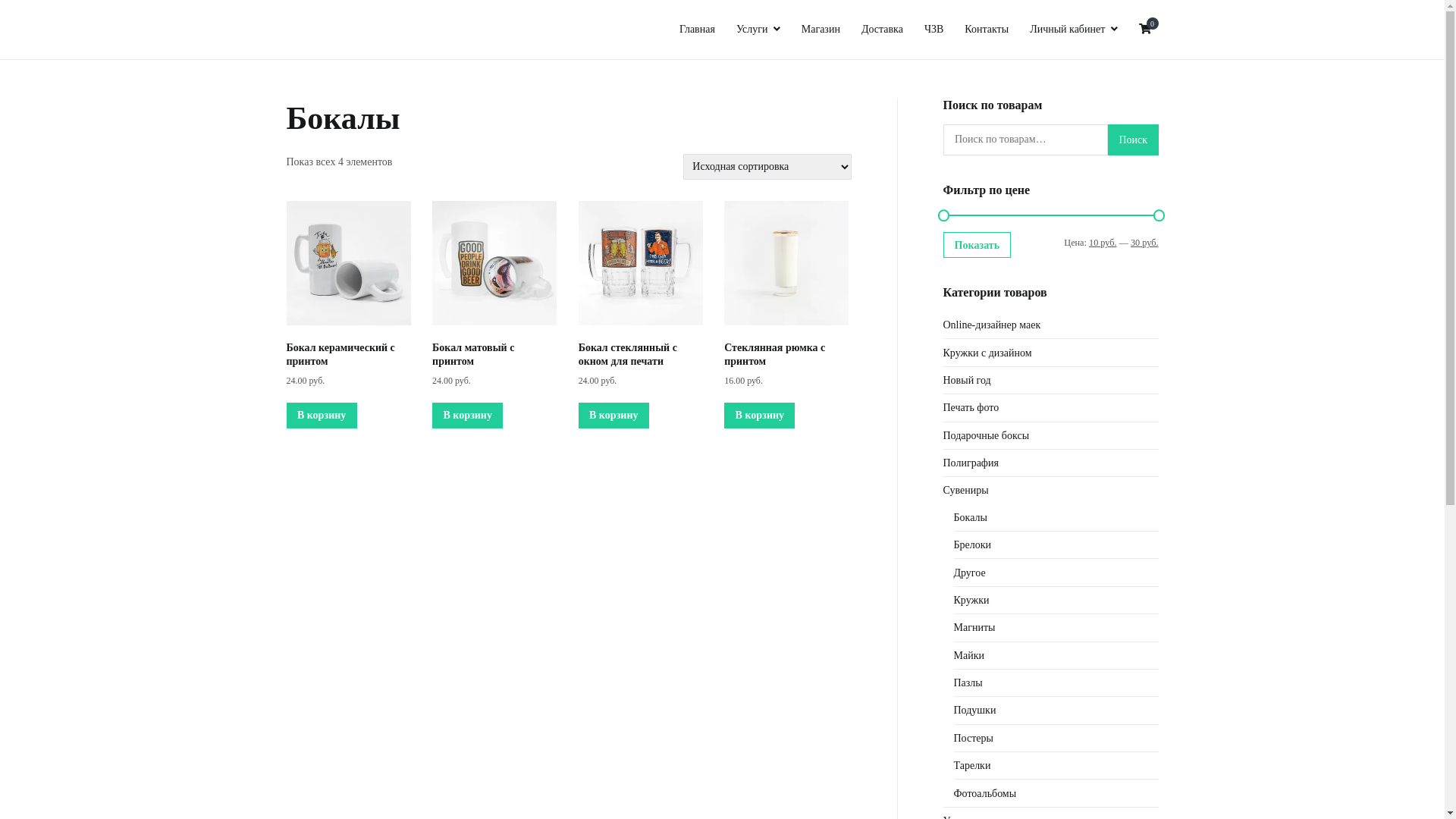  What do you see at coordinates (1145, 29) in the screenshot?
I see `'0'` at bounding box center [1145, 29].